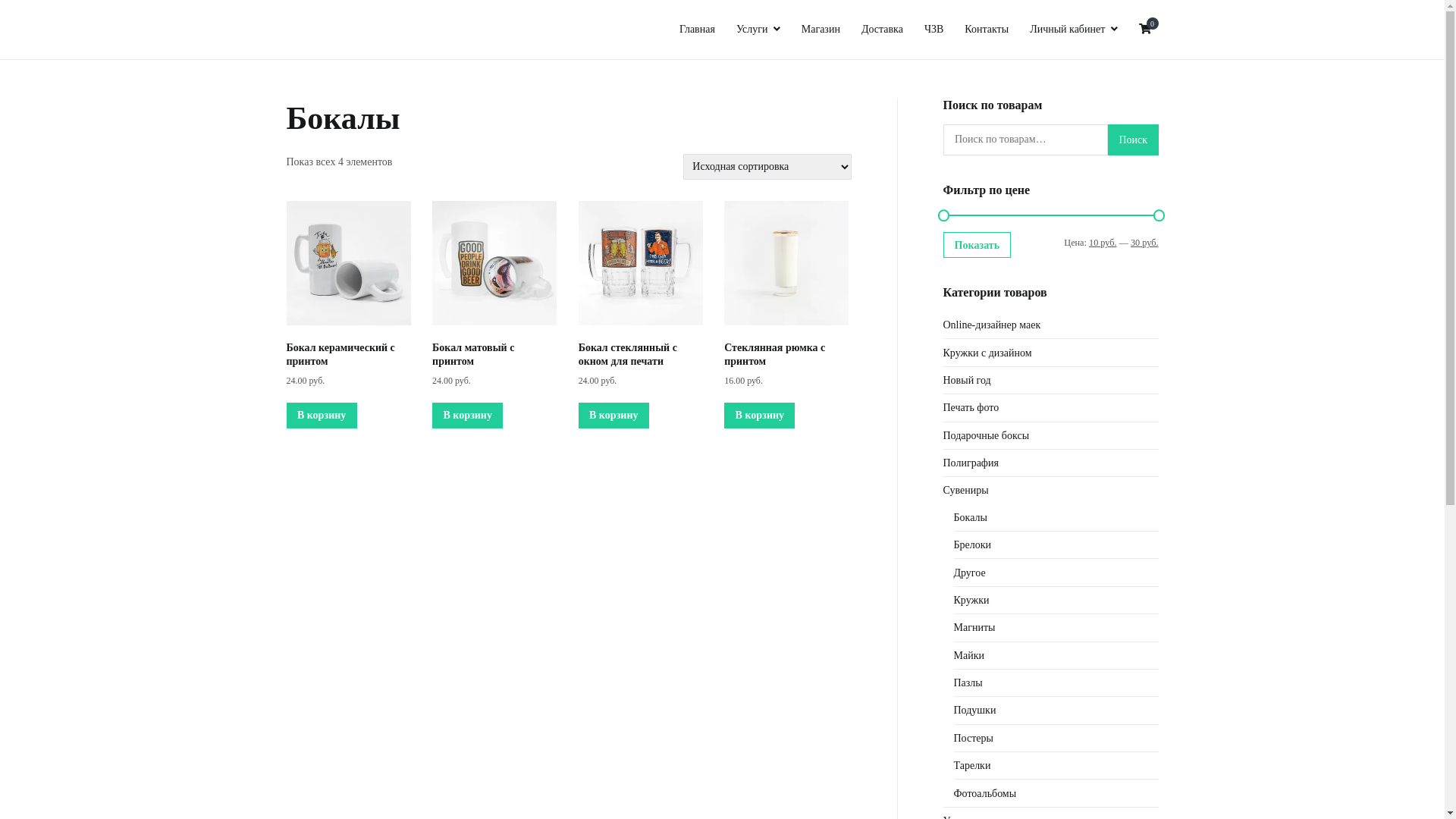  What do you see at coordinates (1145, 29) in the screenshot?
I see `'0'` at bounding box center [1145, 29].